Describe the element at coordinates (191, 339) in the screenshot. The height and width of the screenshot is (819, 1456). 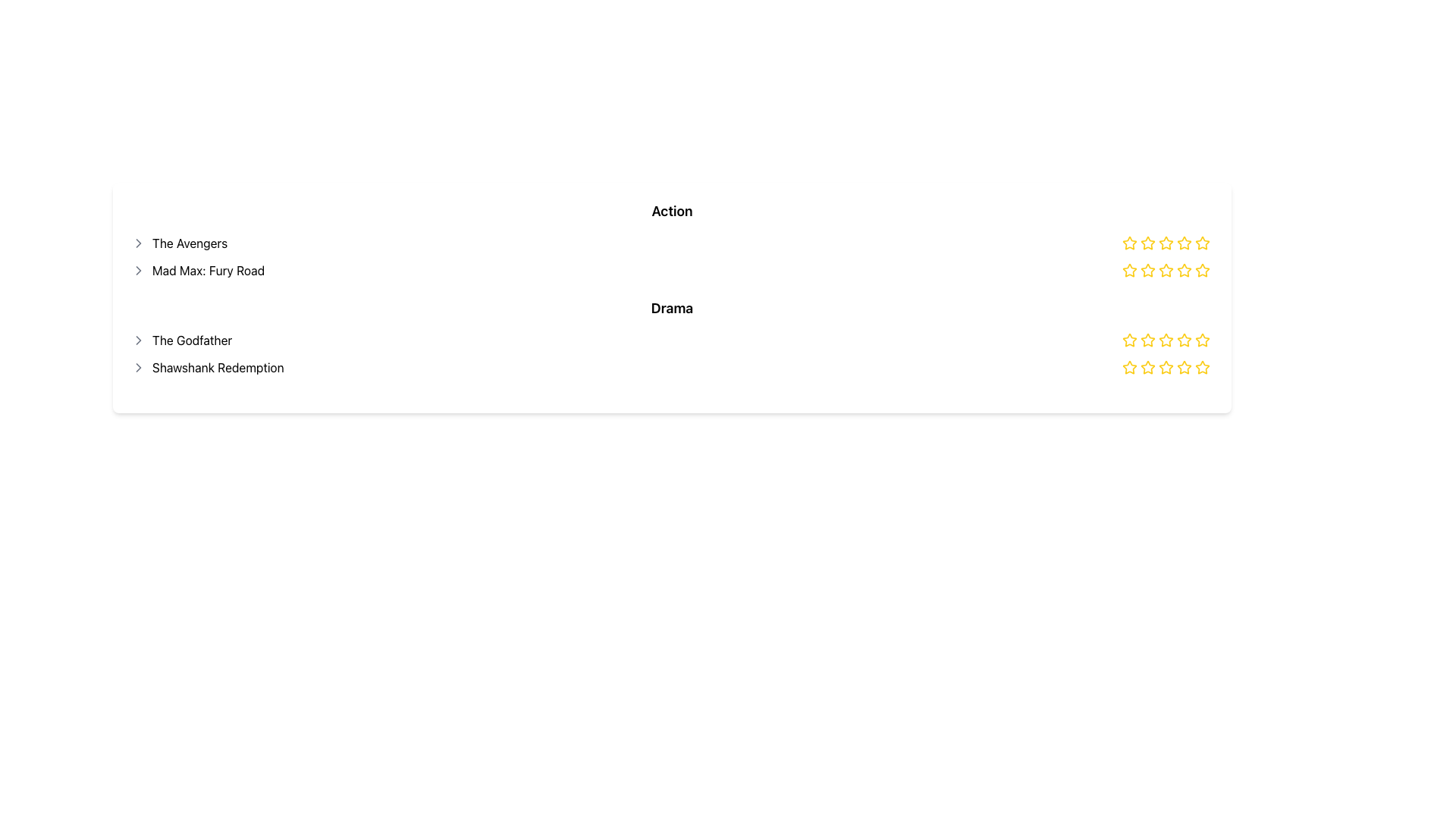
I see `the text label for the movie title positioned as the third item in a vertical list, below 'The Avengers' and 'Mad Max: Fury Road', and above 'Shawshank Redemption'` at that location.